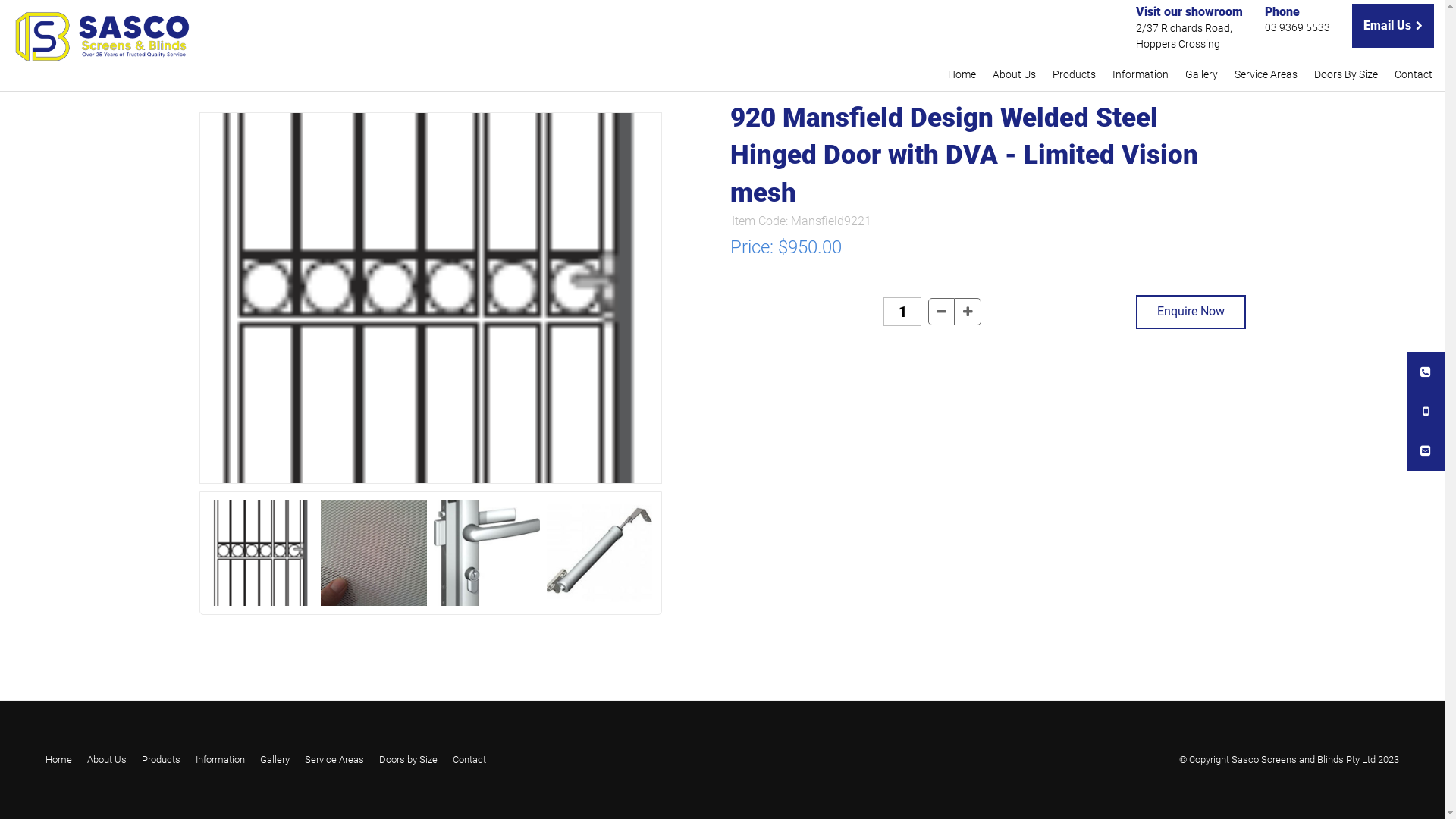 Image resolution: width=1456 pixels, height=819 pixels. I want to click on 'Email Us', so click(1393, 26).